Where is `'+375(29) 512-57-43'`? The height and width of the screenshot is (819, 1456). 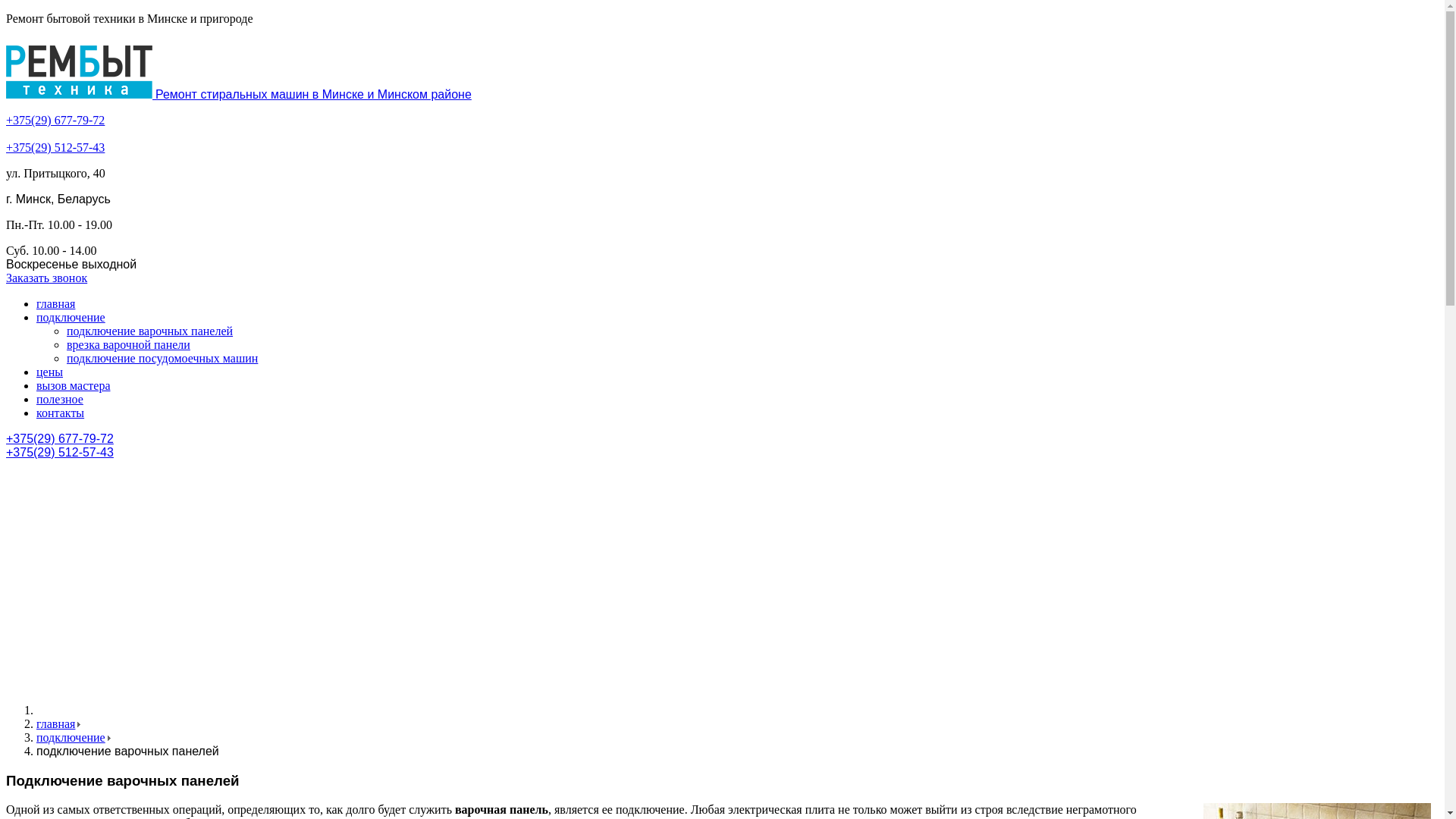 '+375(29) 512-57-43' is located at coordinates (59, 451).